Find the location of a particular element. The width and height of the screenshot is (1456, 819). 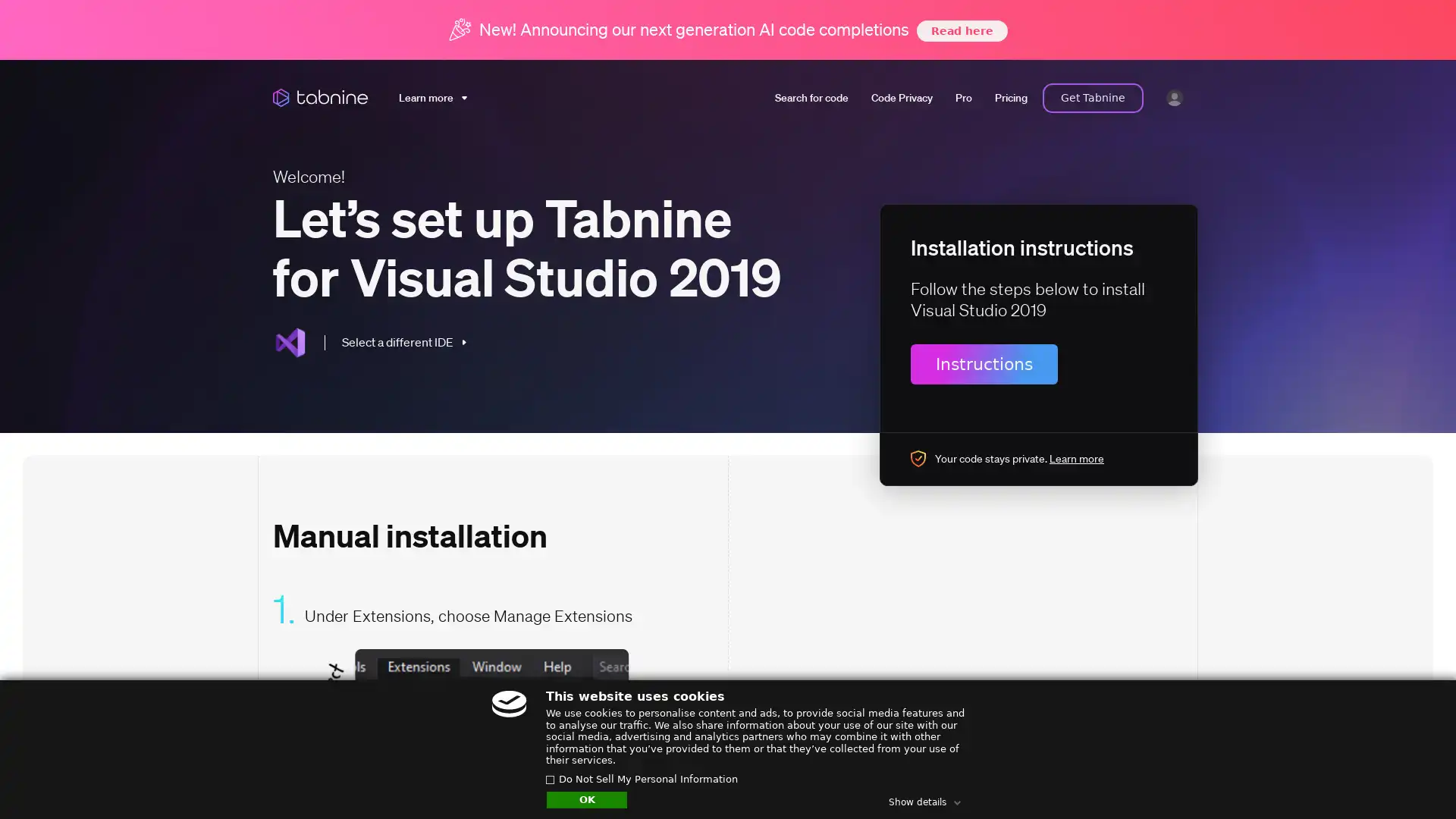

Open is located at coordinates (1410, 778).